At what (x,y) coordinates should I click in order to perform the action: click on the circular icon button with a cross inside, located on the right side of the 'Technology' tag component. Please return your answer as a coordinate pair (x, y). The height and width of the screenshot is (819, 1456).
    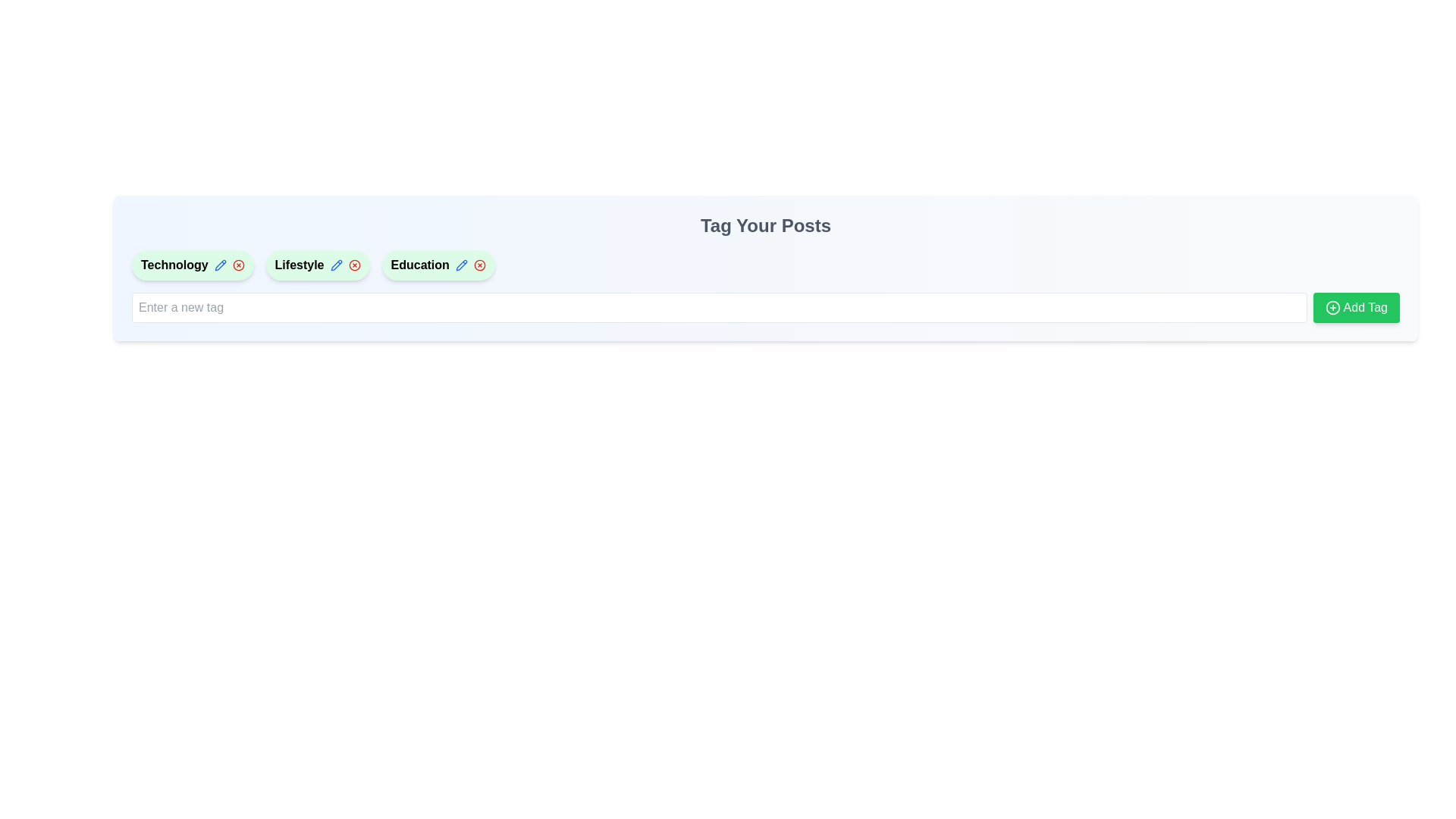
    Looking at the image, I should click on (237, 265).